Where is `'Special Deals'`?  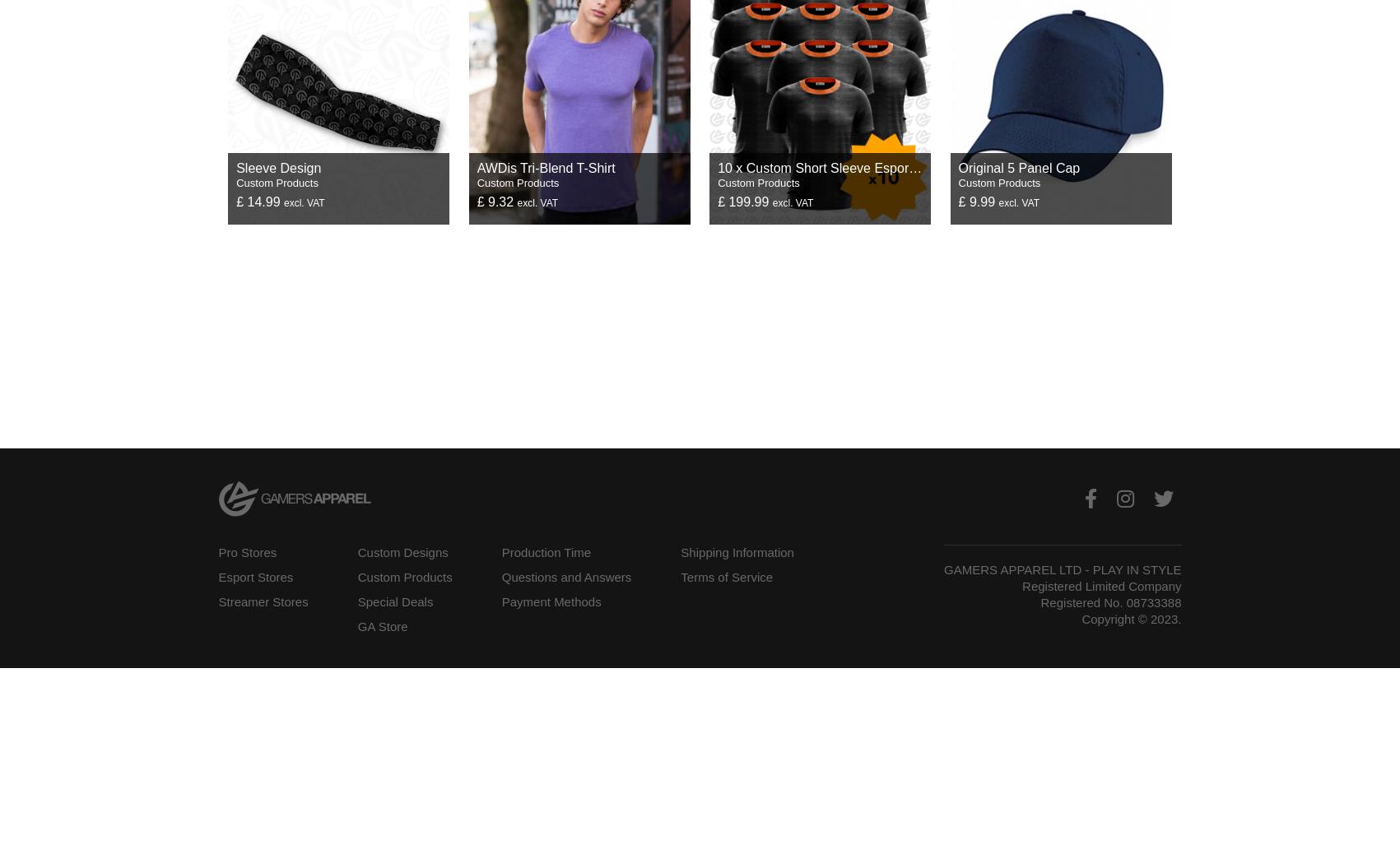
'Special Deals' is located at coordinates (394, 601).